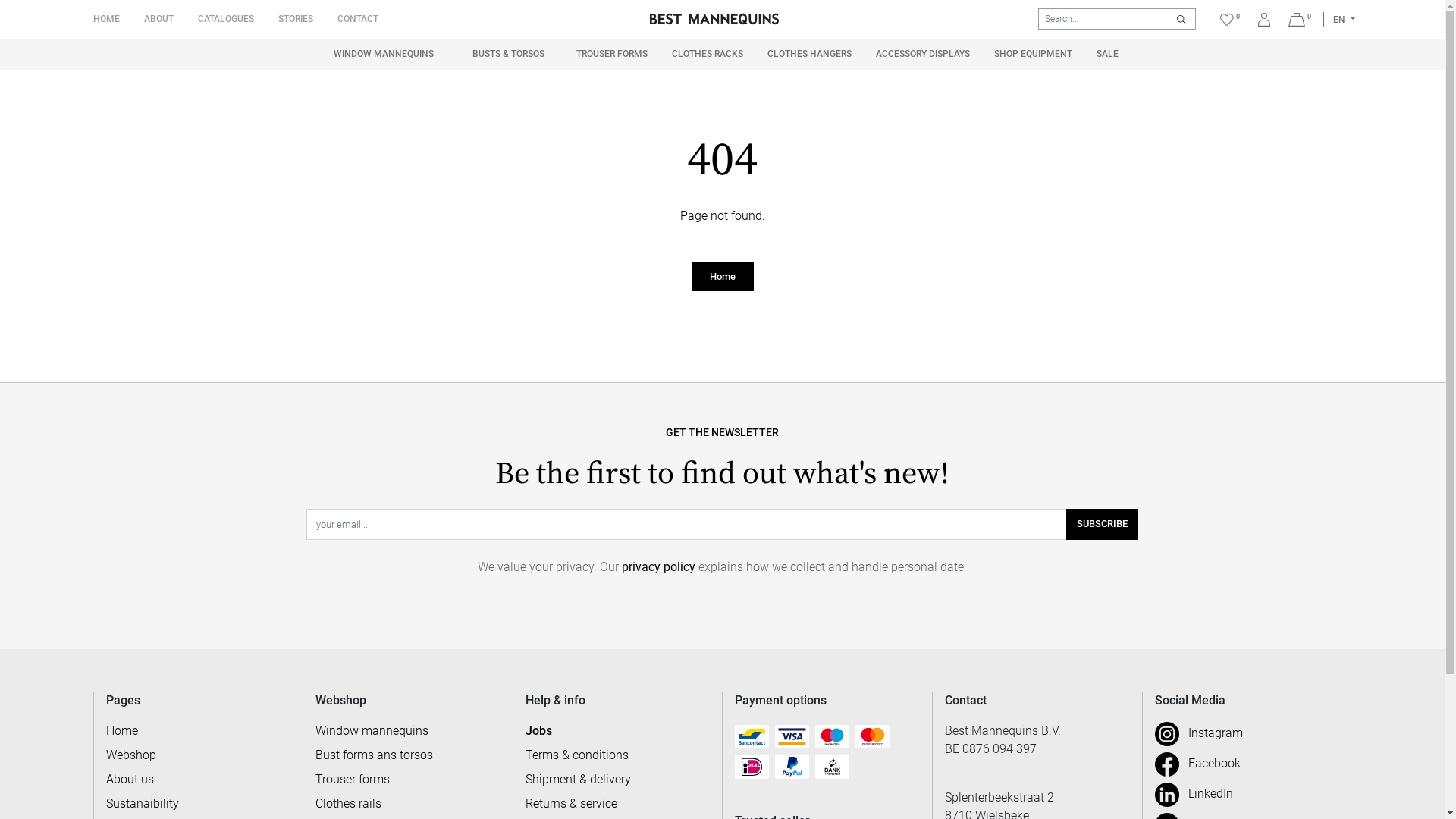  What do you see at coordinates (706, 52) in the screenshot?
I see `'CLOTHES RACKS'` at bounding box center [706, 52].